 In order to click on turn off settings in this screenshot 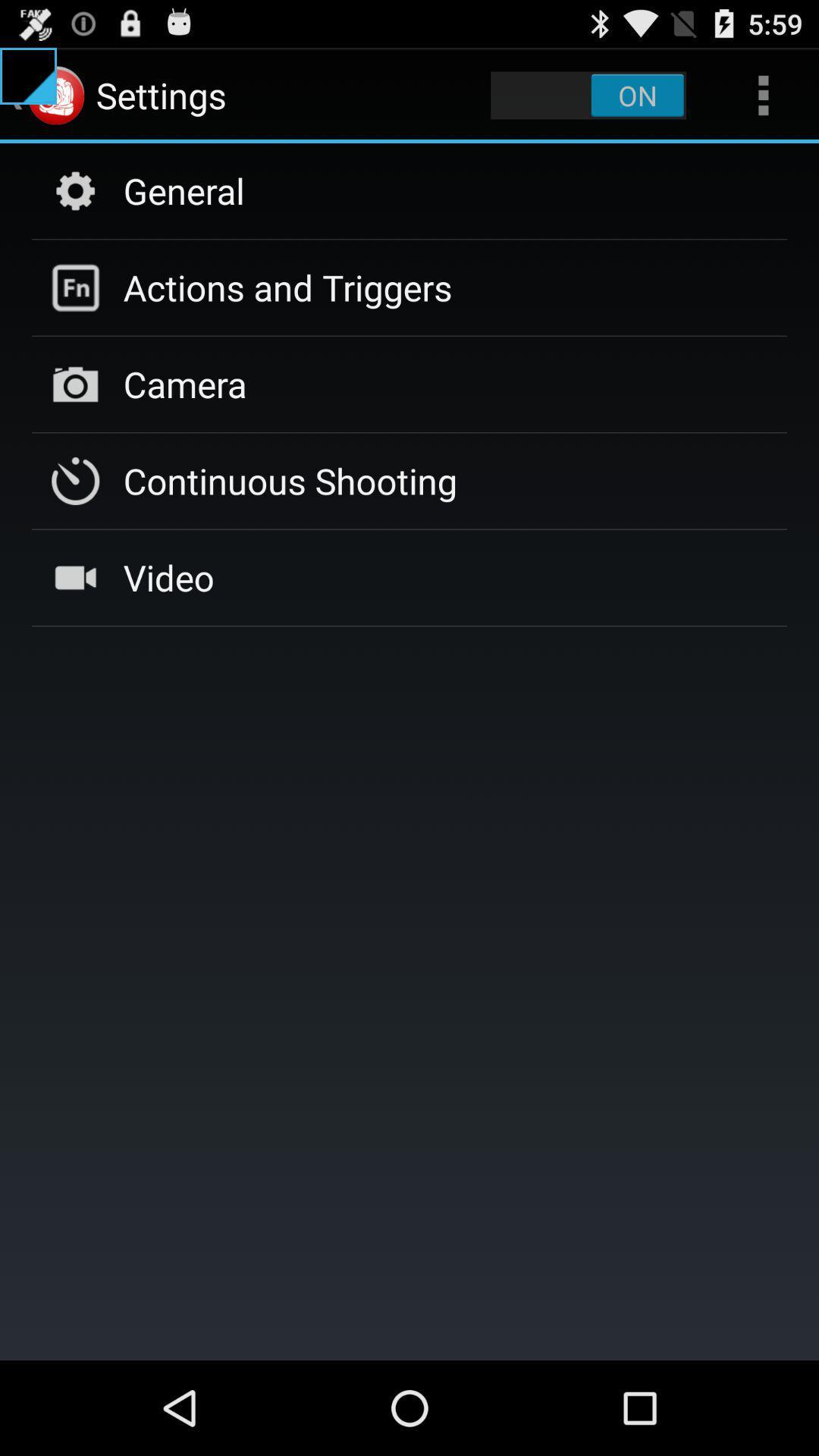, I will do `click(588, 94)`.